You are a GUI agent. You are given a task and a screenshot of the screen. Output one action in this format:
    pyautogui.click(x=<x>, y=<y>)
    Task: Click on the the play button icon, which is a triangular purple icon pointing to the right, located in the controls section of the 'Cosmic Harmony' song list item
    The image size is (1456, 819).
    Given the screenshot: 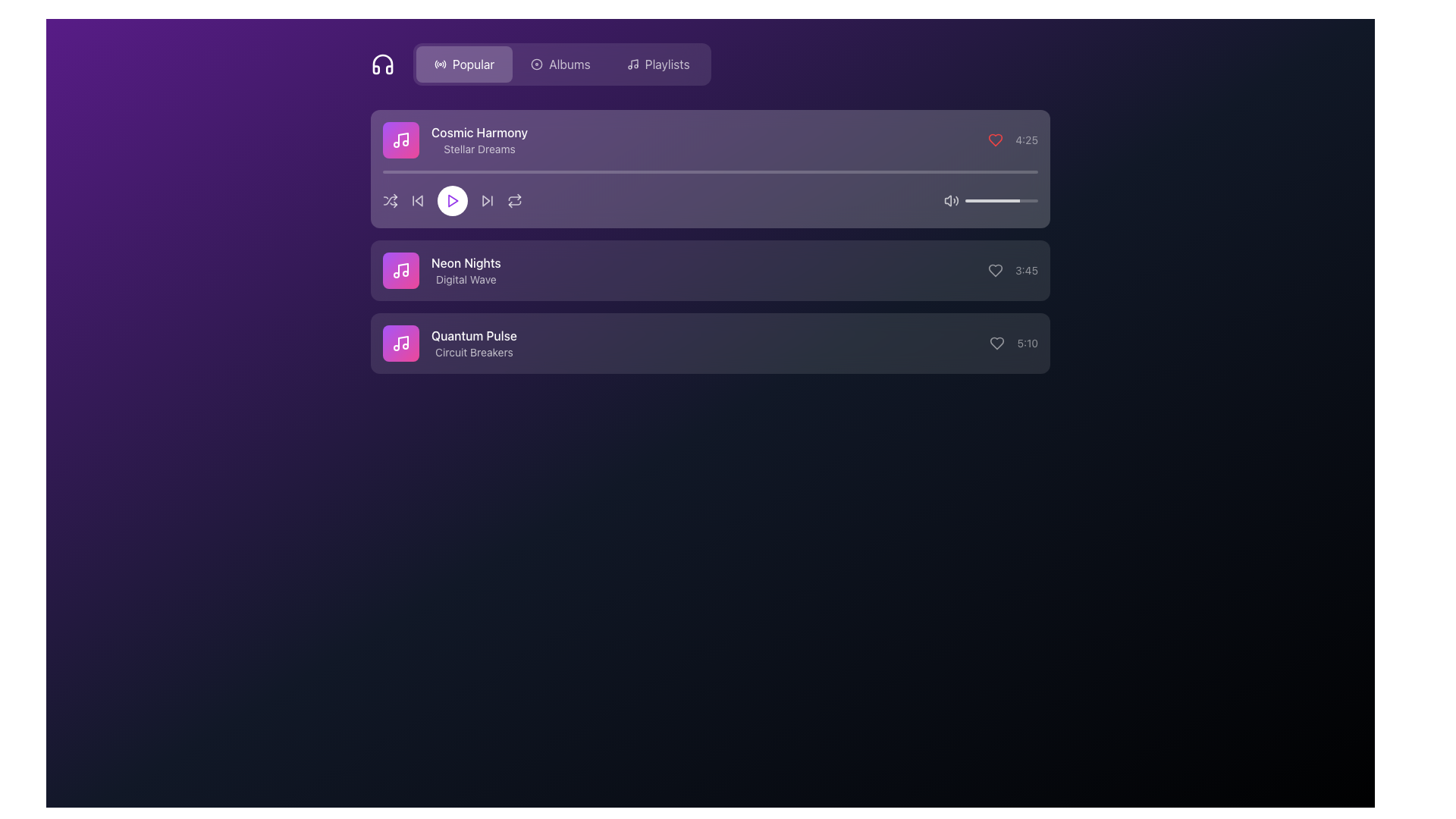 What is the action you would take?
    pyautogui.click(x=452, y=200)
    